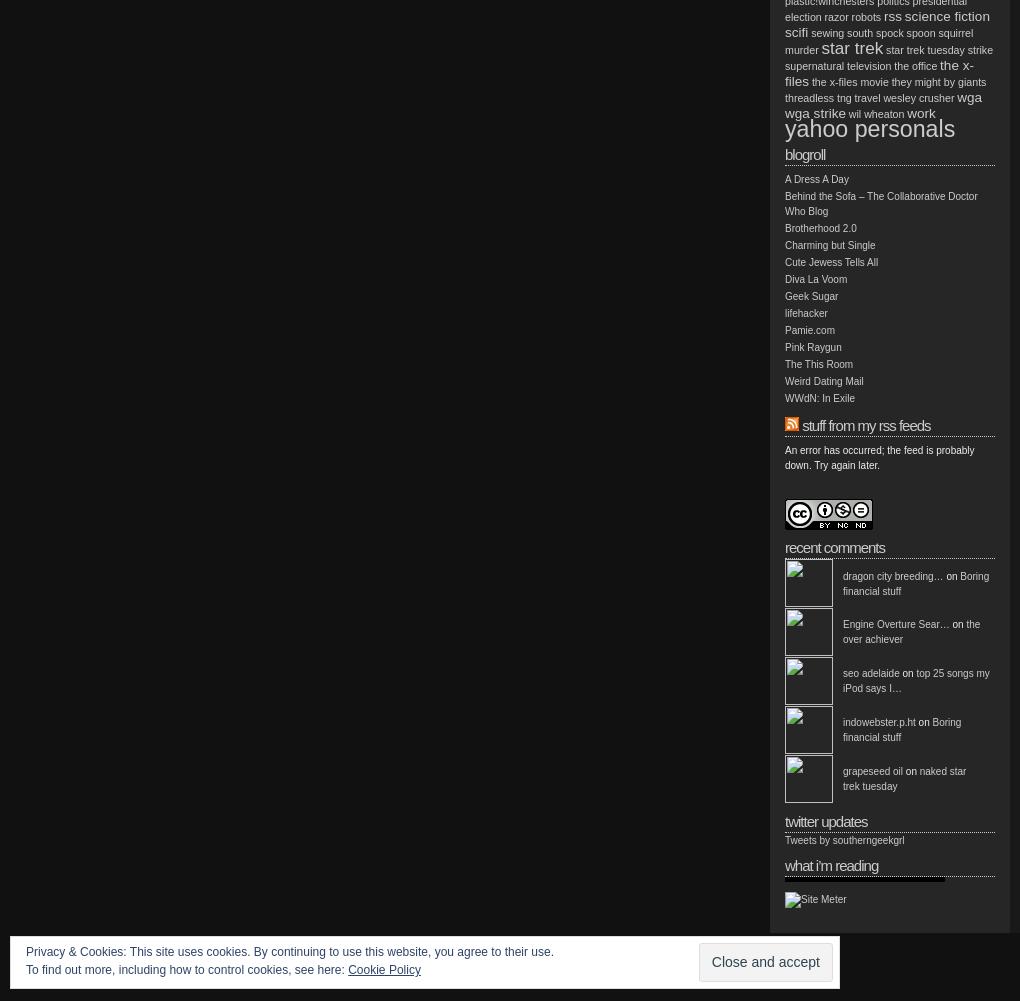 This screenshot has height=1001, width=1020. I want to click on 'squirrel murder', so click(783, 41).